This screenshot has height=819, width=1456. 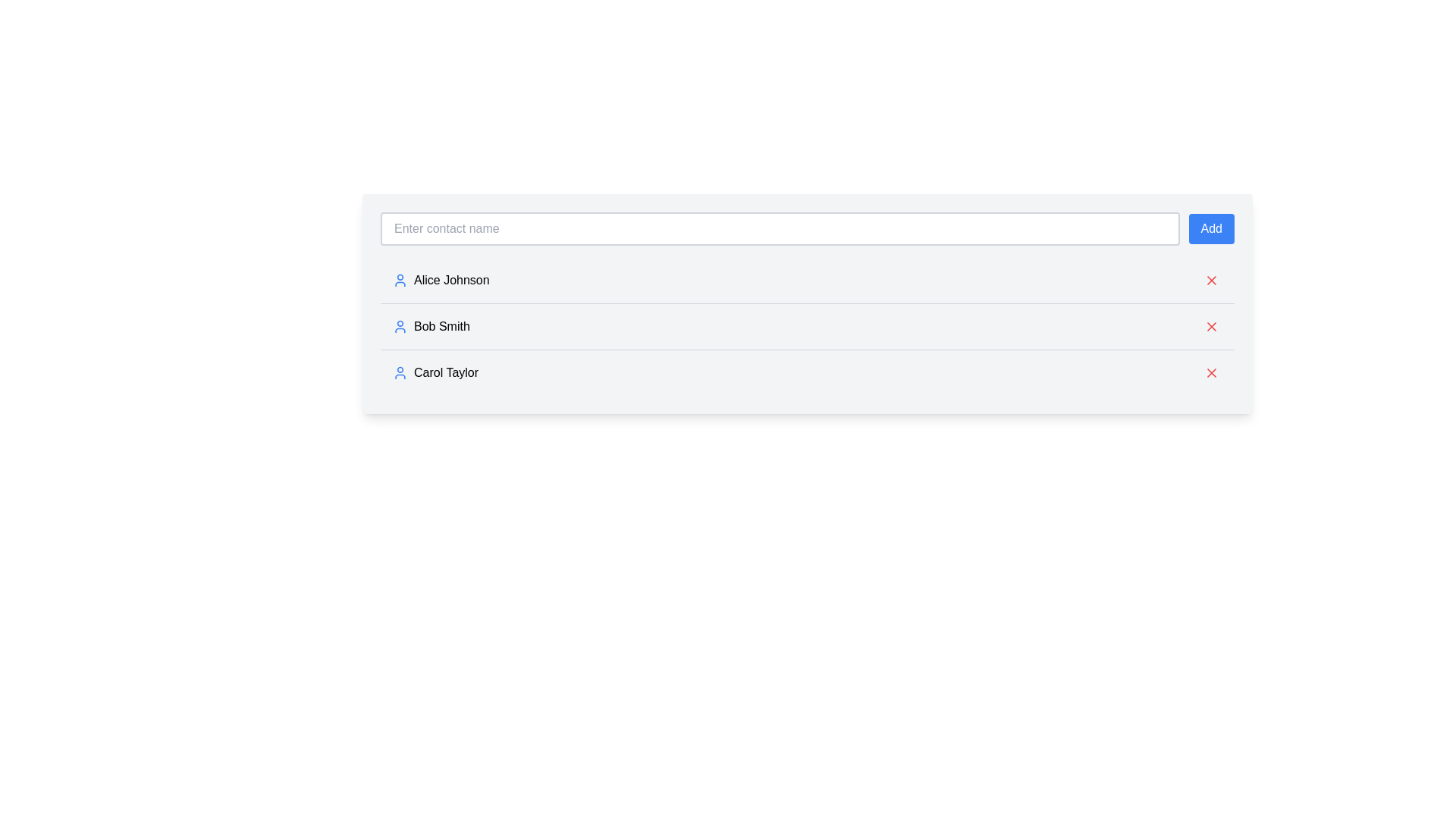 What do you see at coordinates (1210, 228) in the screenshot?
I see `the submit button located to the right of the text input field with placeholder text 'Enter contact name'` at bounding box center [1210, 228].